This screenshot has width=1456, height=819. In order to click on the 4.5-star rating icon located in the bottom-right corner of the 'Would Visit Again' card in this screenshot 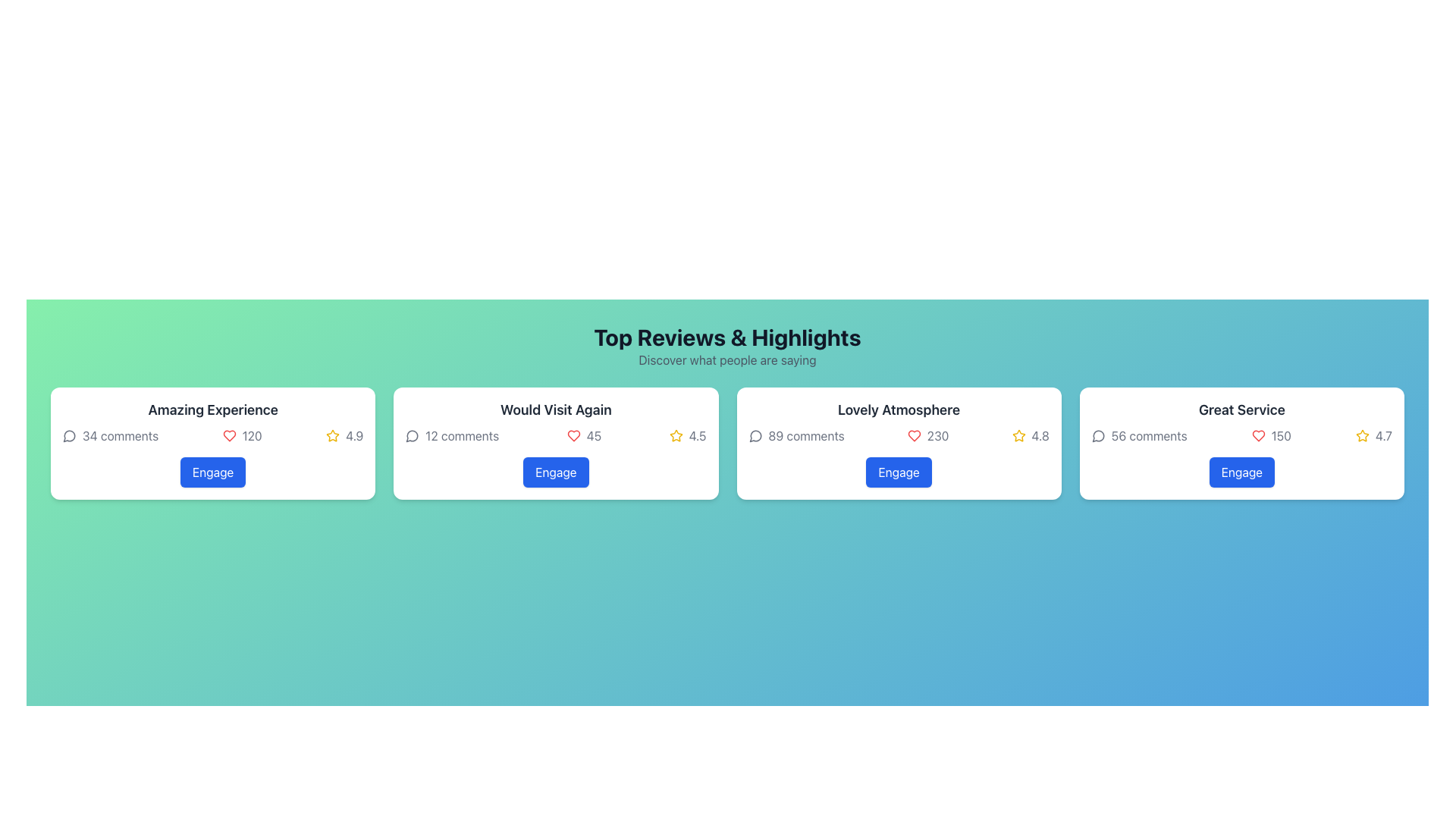, I will do `click(675, 435)`.